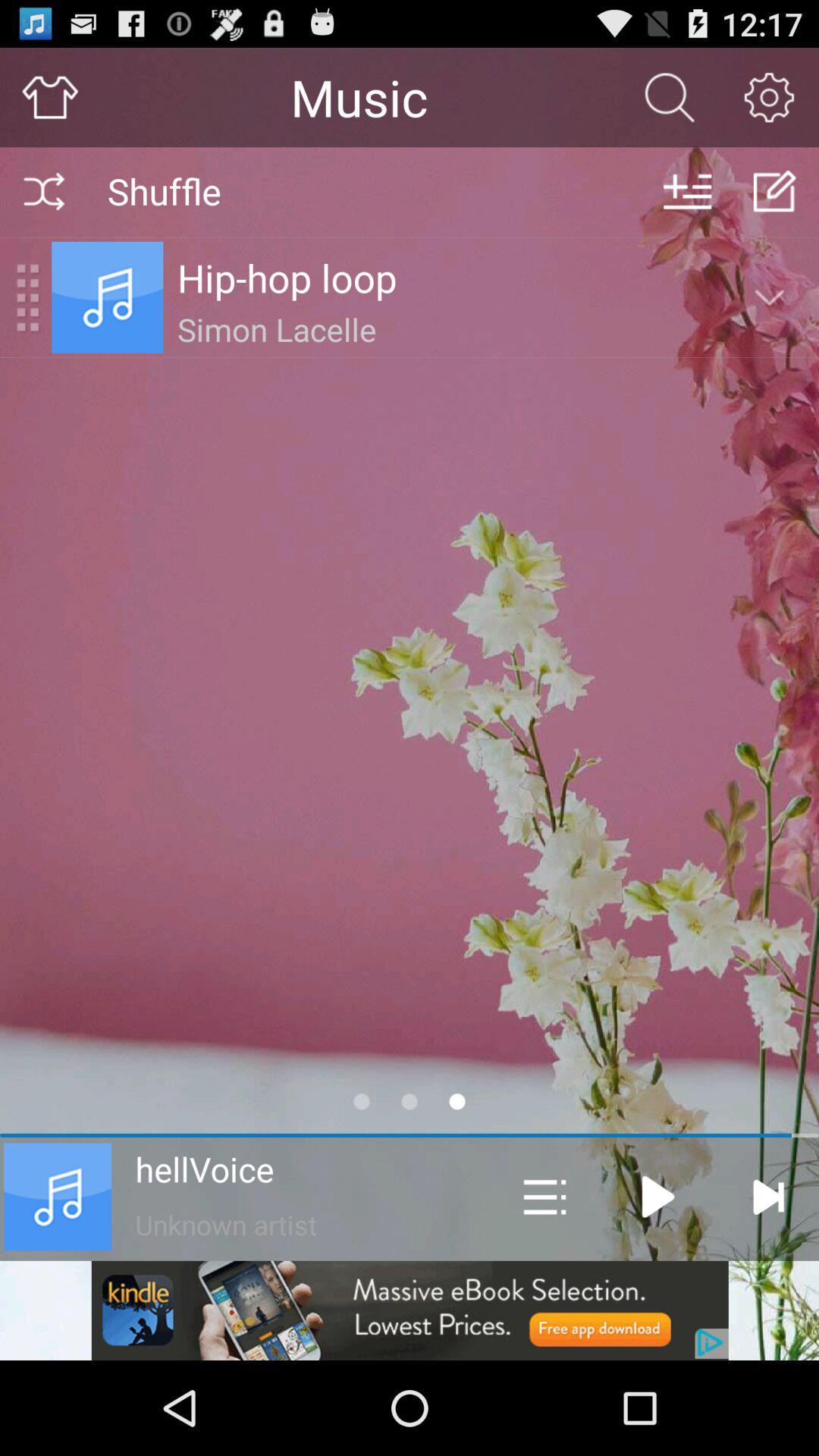 The height and width of the screenshot is (1456, 819). What do you see at coordinates (767, 1280) in the screenshot?
I see `the skip_next icon` at bounding box center [767, 1280].